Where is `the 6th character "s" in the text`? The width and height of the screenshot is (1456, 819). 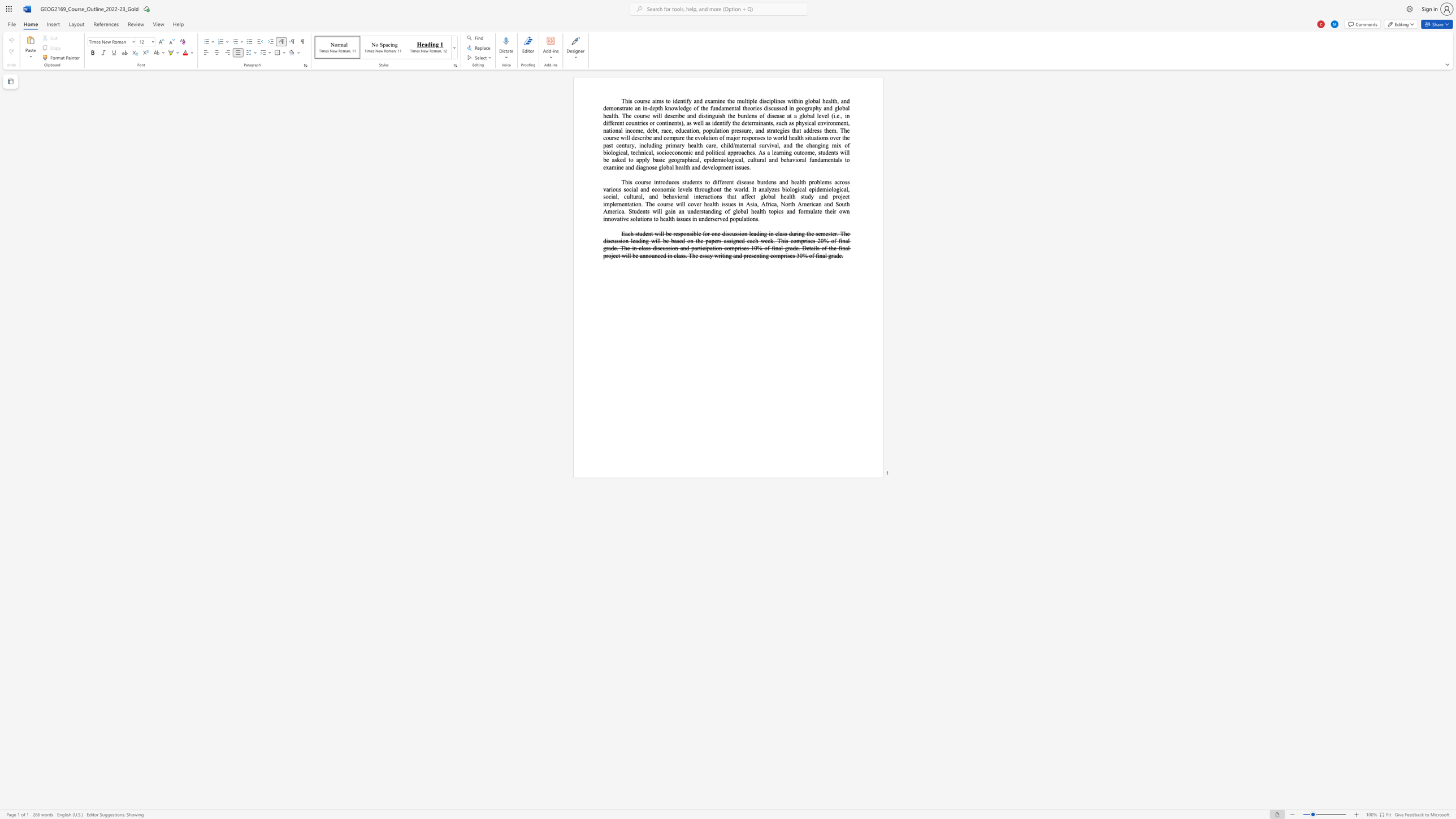
the 6th character "s" in the text is located at coordinates (806, 123).